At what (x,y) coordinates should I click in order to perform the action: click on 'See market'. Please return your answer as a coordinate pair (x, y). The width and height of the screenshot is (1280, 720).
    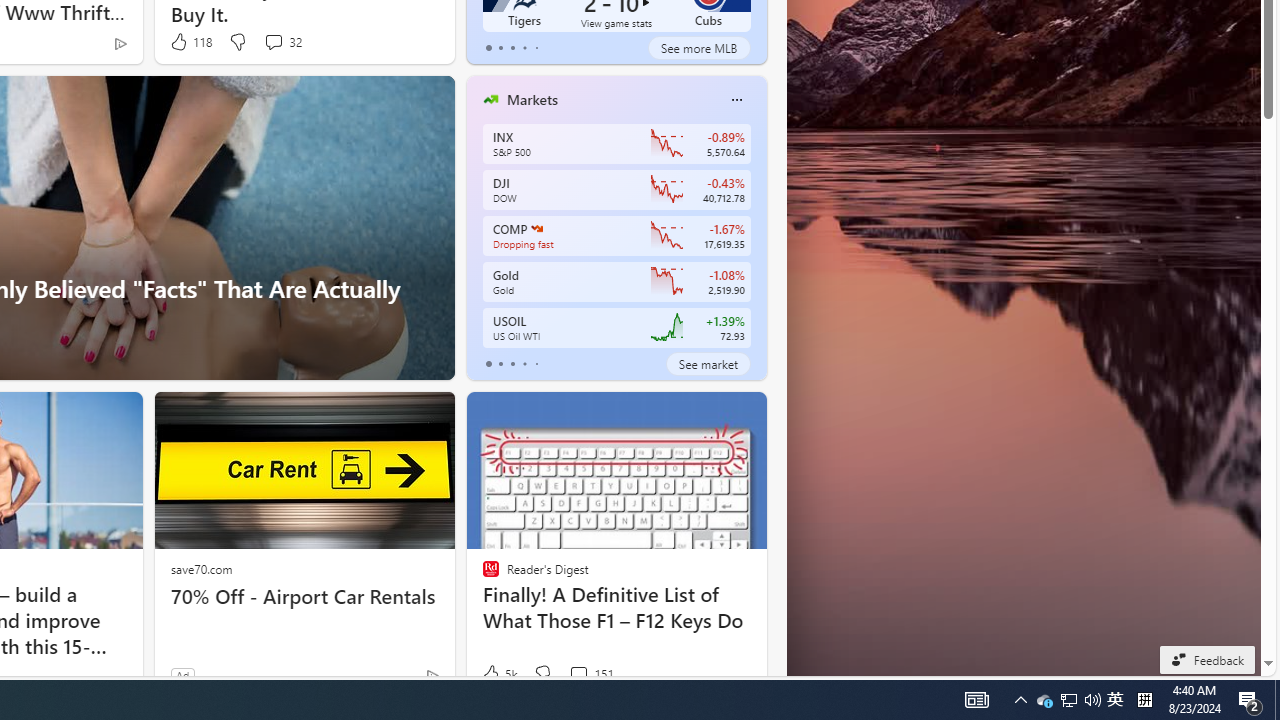
    Looking at the image, I should click on (708, 363).